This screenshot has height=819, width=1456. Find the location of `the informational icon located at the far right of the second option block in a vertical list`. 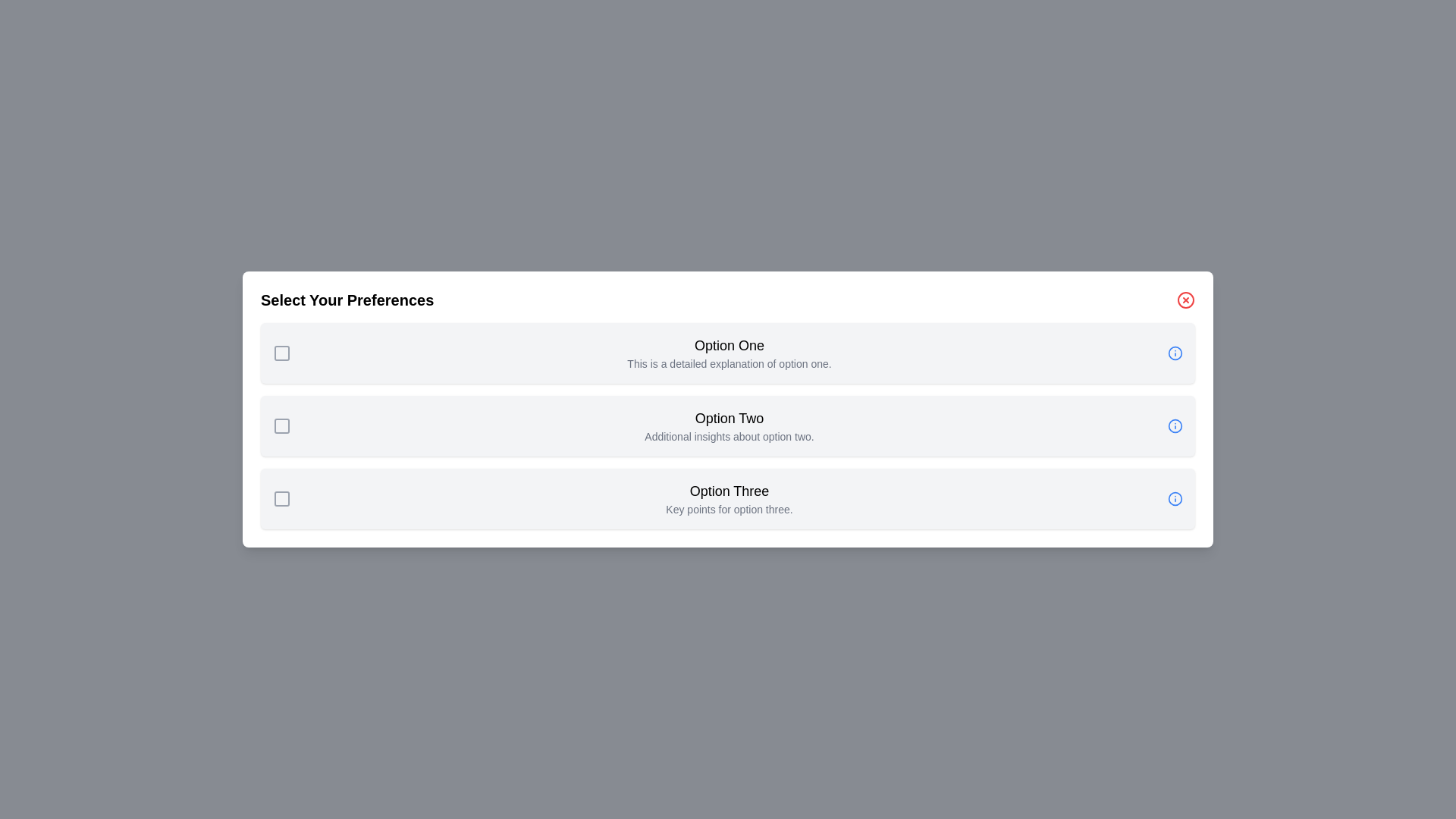

the informational icon located at the far right of the second option block in a vertical list is located at coordinates (1175, 426).